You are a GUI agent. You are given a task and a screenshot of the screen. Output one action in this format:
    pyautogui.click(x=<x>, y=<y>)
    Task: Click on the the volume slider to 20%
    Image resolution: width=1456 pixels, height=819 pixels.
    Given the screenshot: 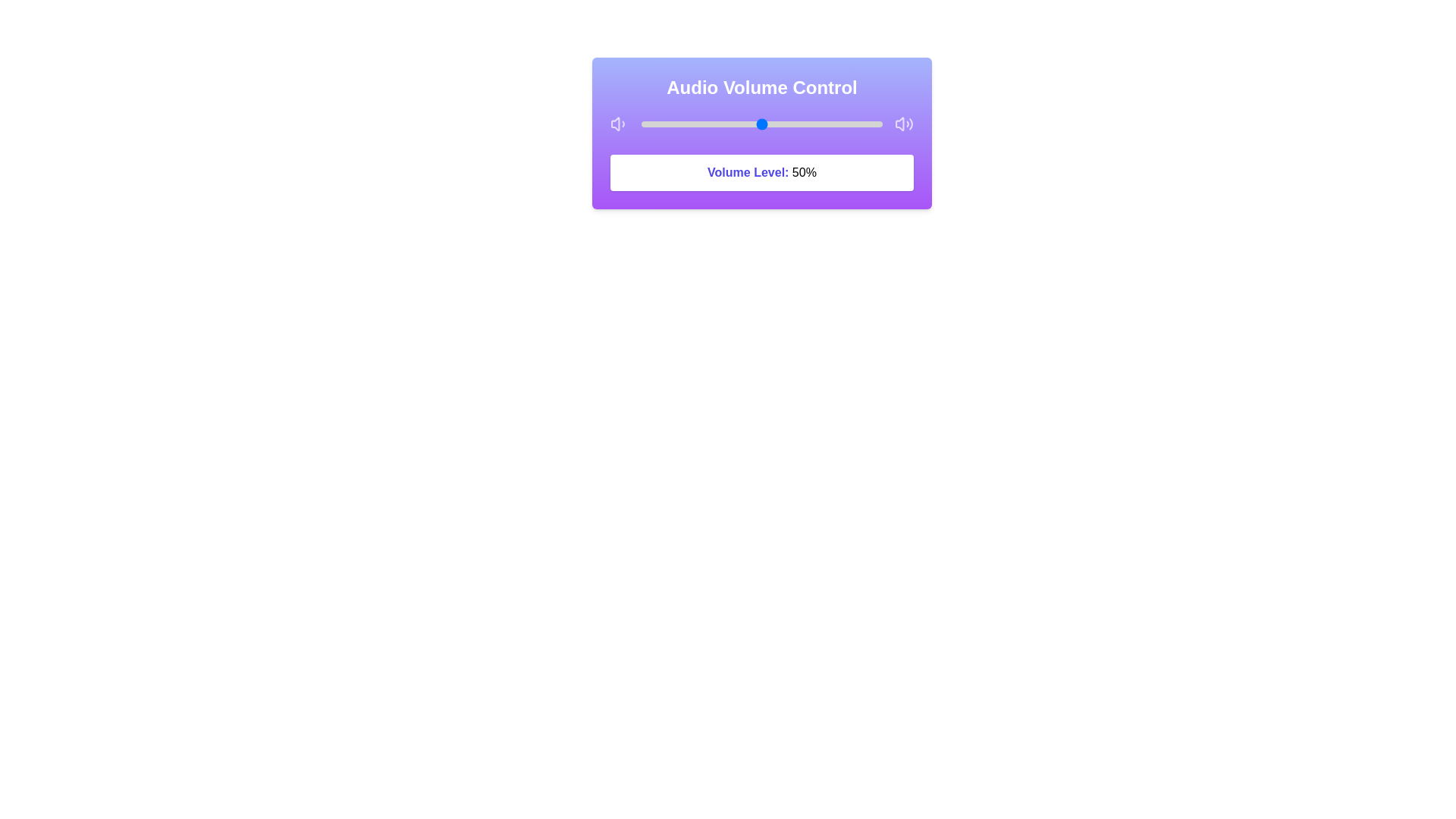 What is the action you would take?
    pyautogui.click(x=689, y=124)
    